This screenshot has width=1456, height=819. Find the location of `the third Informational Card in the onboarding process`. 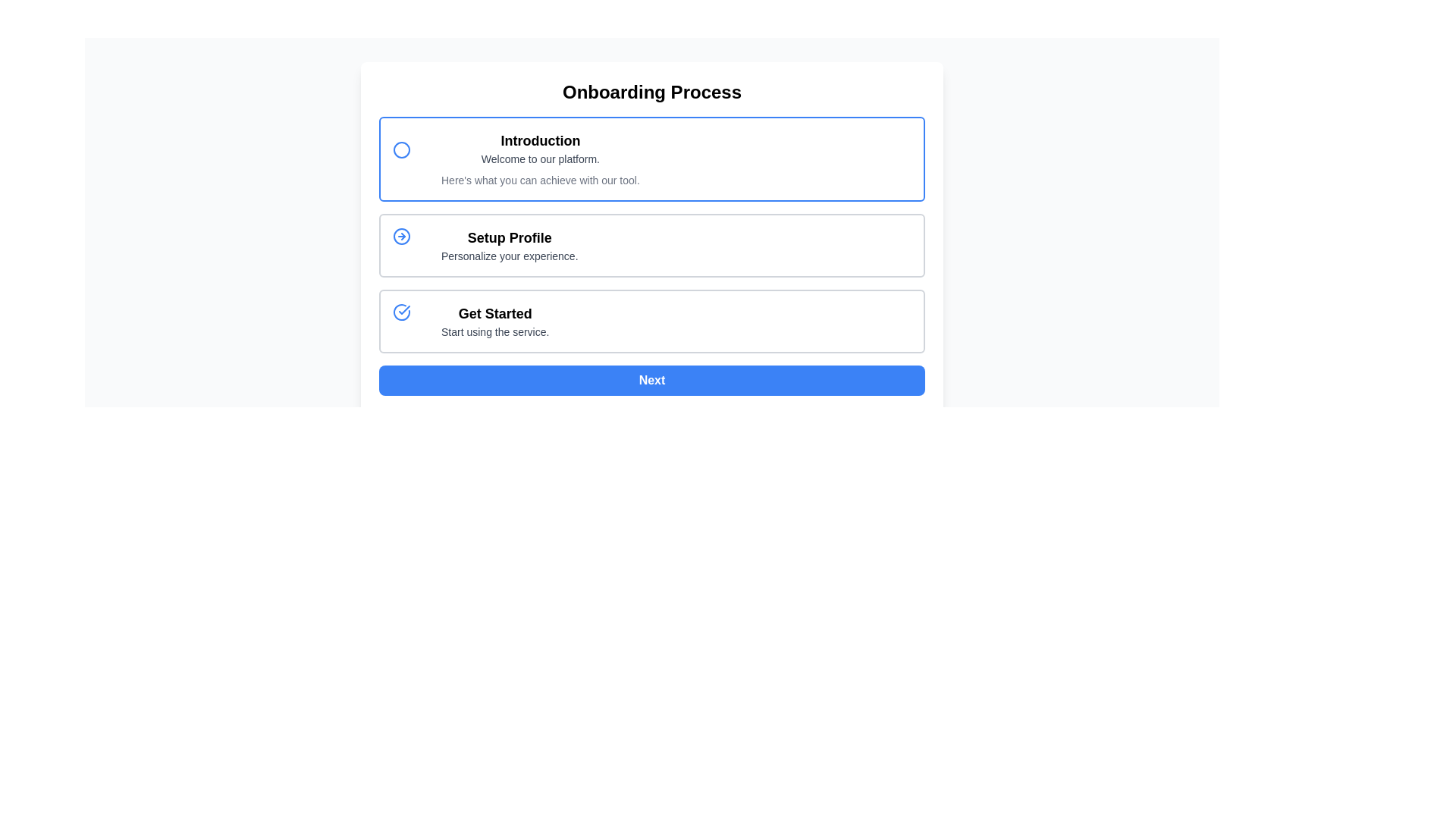

the third Informational Card in the onboarding process is located at coordinates (651, 321).